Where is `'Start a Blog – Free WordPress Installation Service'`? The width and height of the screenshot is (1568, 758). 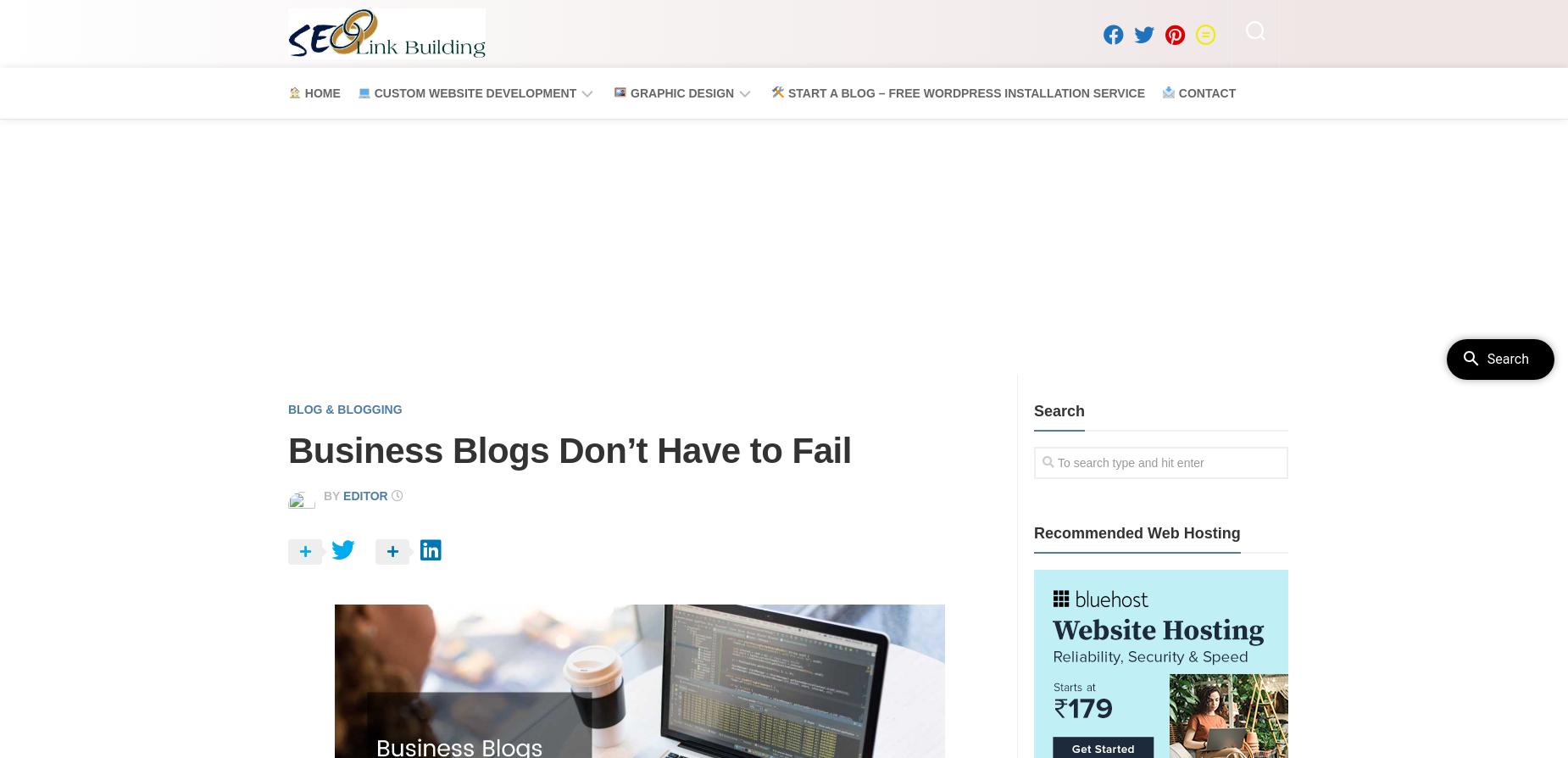 'Start a Blog – Free WordPress Installation Service' is located at coordinates (964, 92).